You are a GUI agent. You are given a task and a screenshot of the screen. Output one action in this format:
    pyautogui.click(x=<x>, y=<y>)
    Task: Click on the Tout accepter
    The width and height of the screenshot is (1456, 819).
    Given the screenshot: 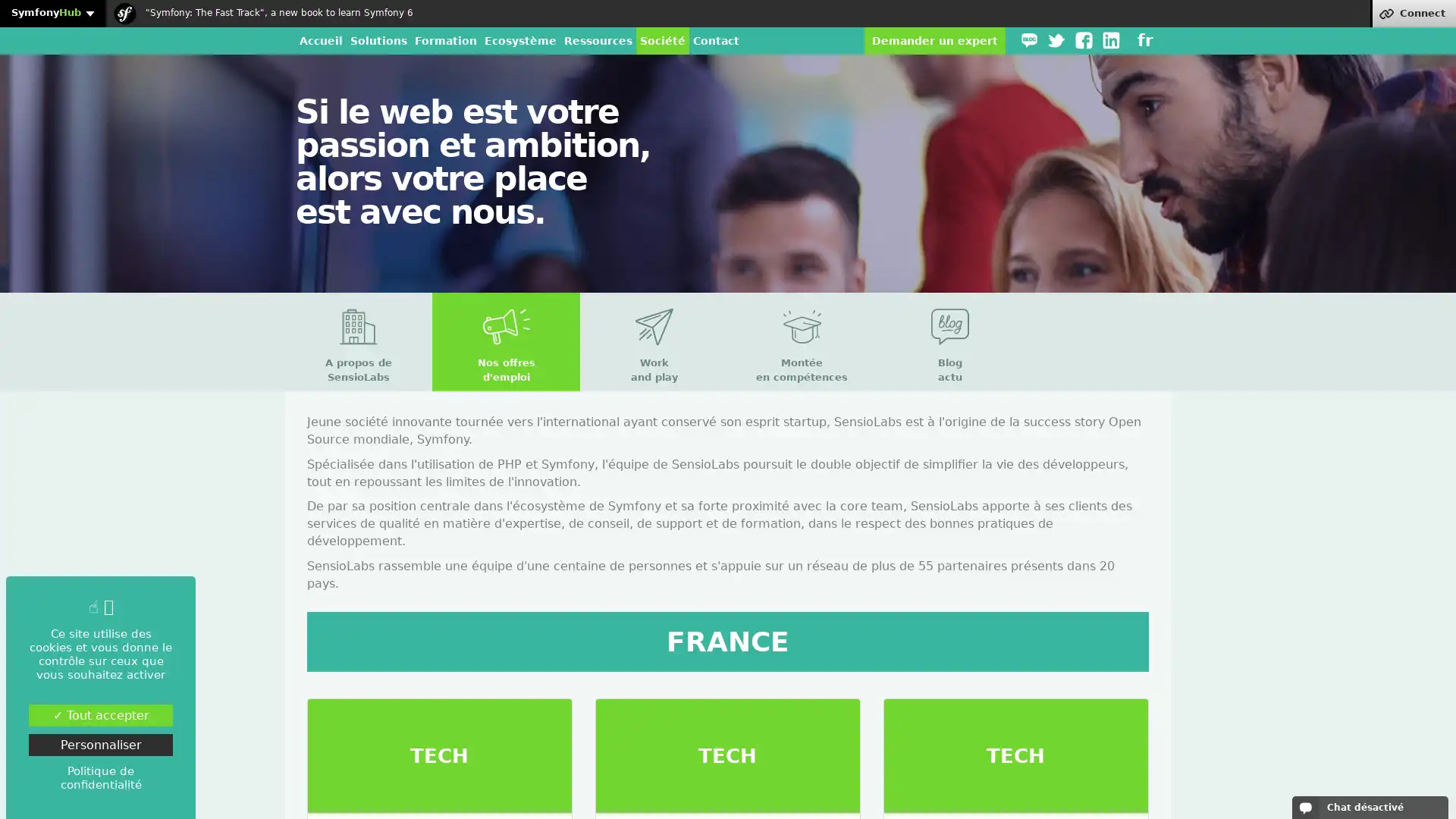 What is the action you would take?
    pyautogui.click(x=100, y=714)
    